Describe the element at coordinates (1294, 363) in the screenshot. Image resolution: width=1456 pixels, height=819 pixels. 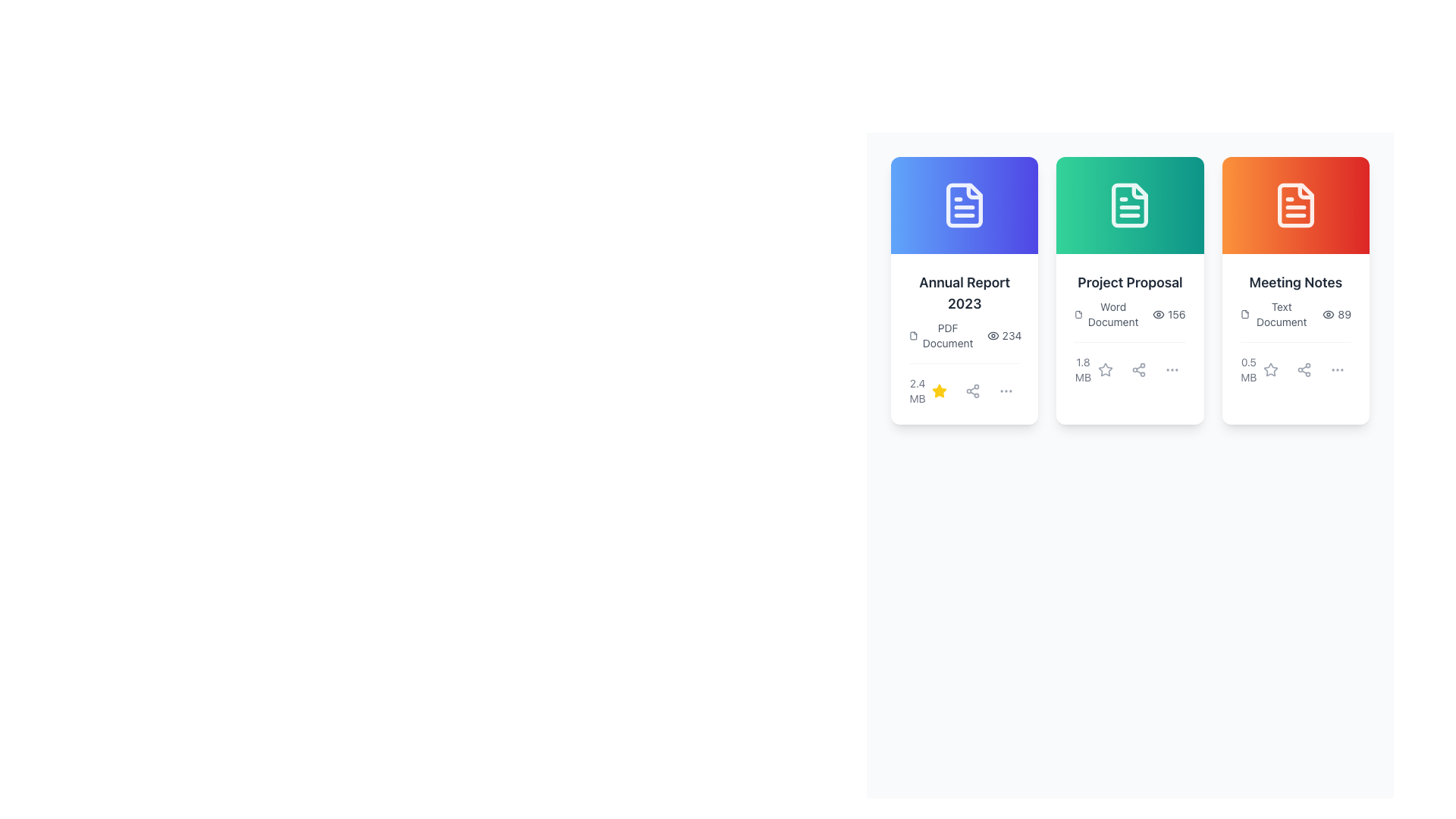
I see `the 'Share' icon located to the right of the 'Star' icon and to the left of the three-dot menu icon in the bottom section of the 'Meeting Notes' card to initiate sharing functionality` at that location.